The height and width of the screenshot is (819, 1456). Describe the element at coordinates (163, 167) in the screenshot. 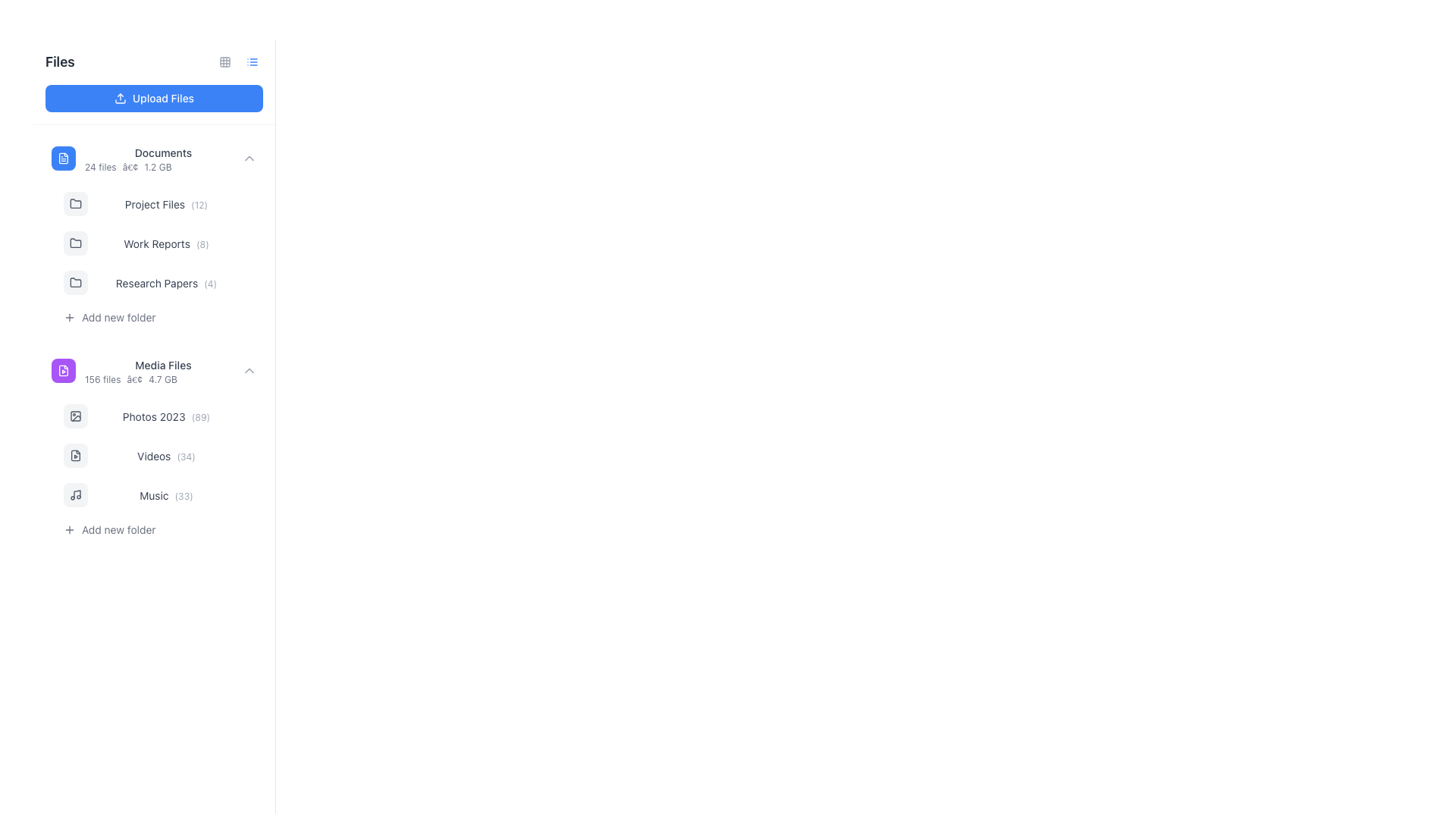

I see `the informational label that provides metadata about the 'Documents' folder, located below the 'Documents' heading and adjacent to the folder icon` at that location.